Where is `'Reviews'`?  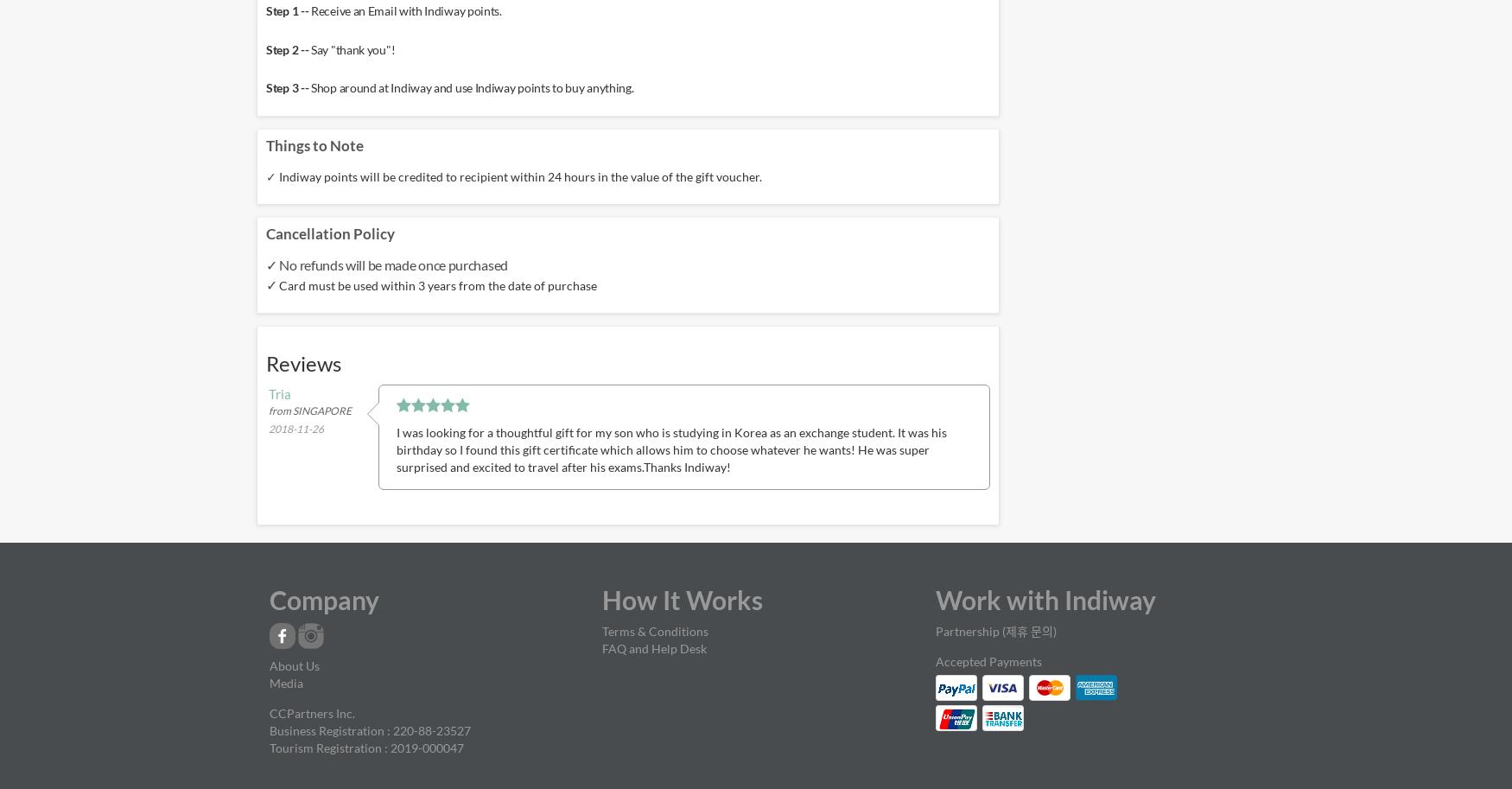
'Reviews' is located at coordinates (303, 363).